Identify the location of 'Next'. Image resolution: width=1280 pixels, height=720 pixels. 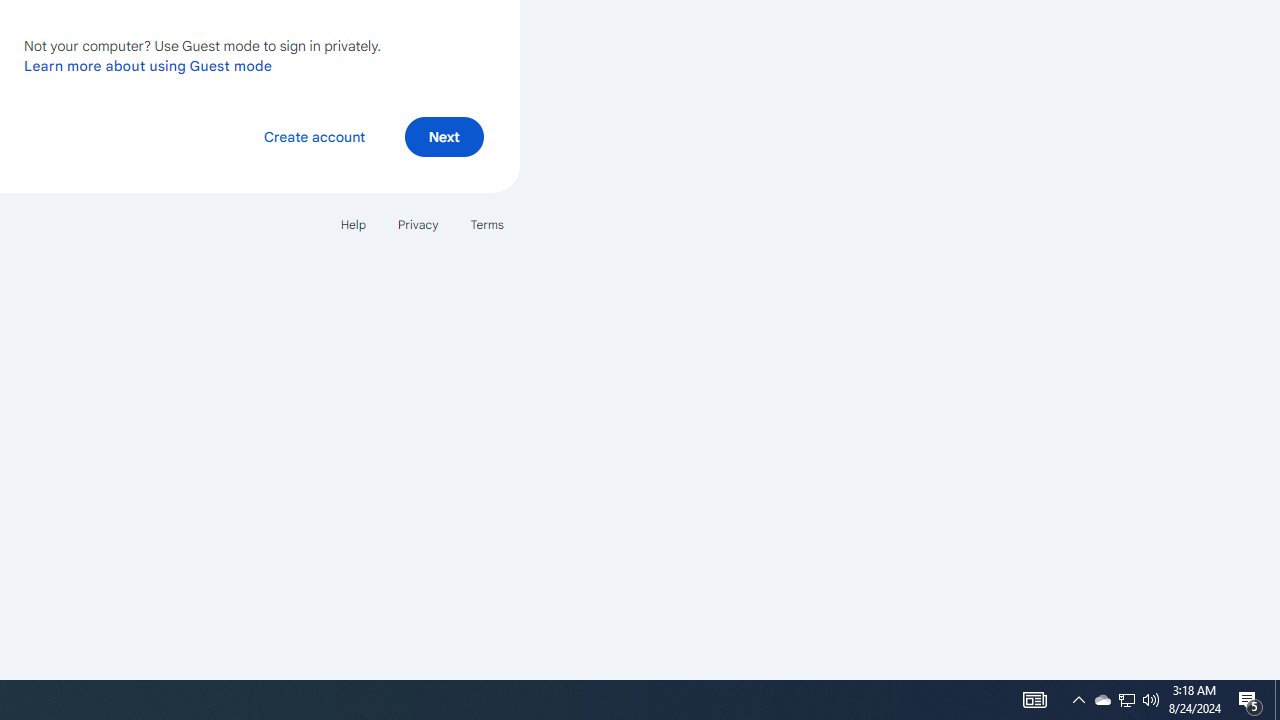
(443, 135).